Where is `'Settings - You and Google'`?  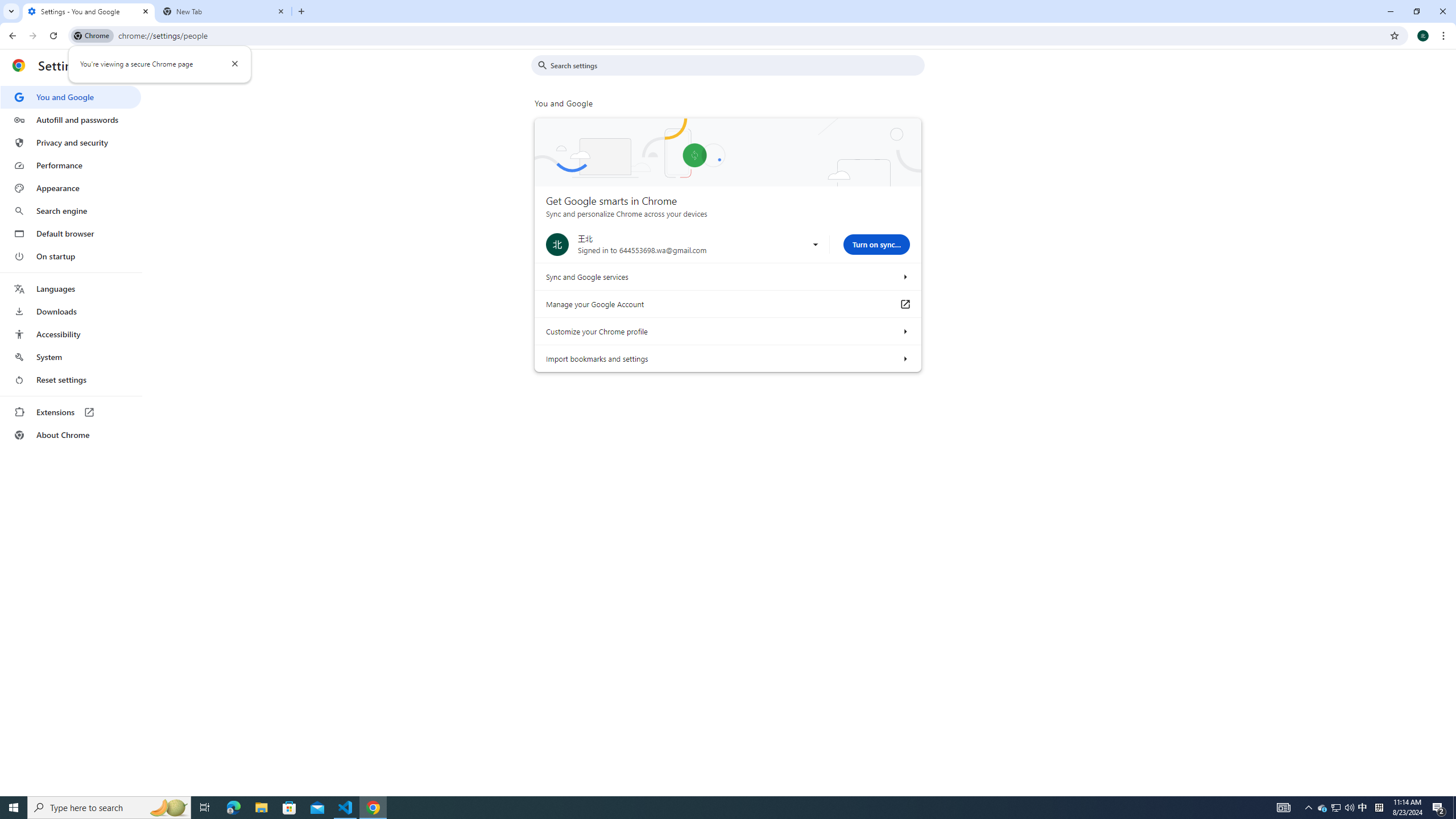
'Settings - You and Google' is located at coordinates (88, 11).